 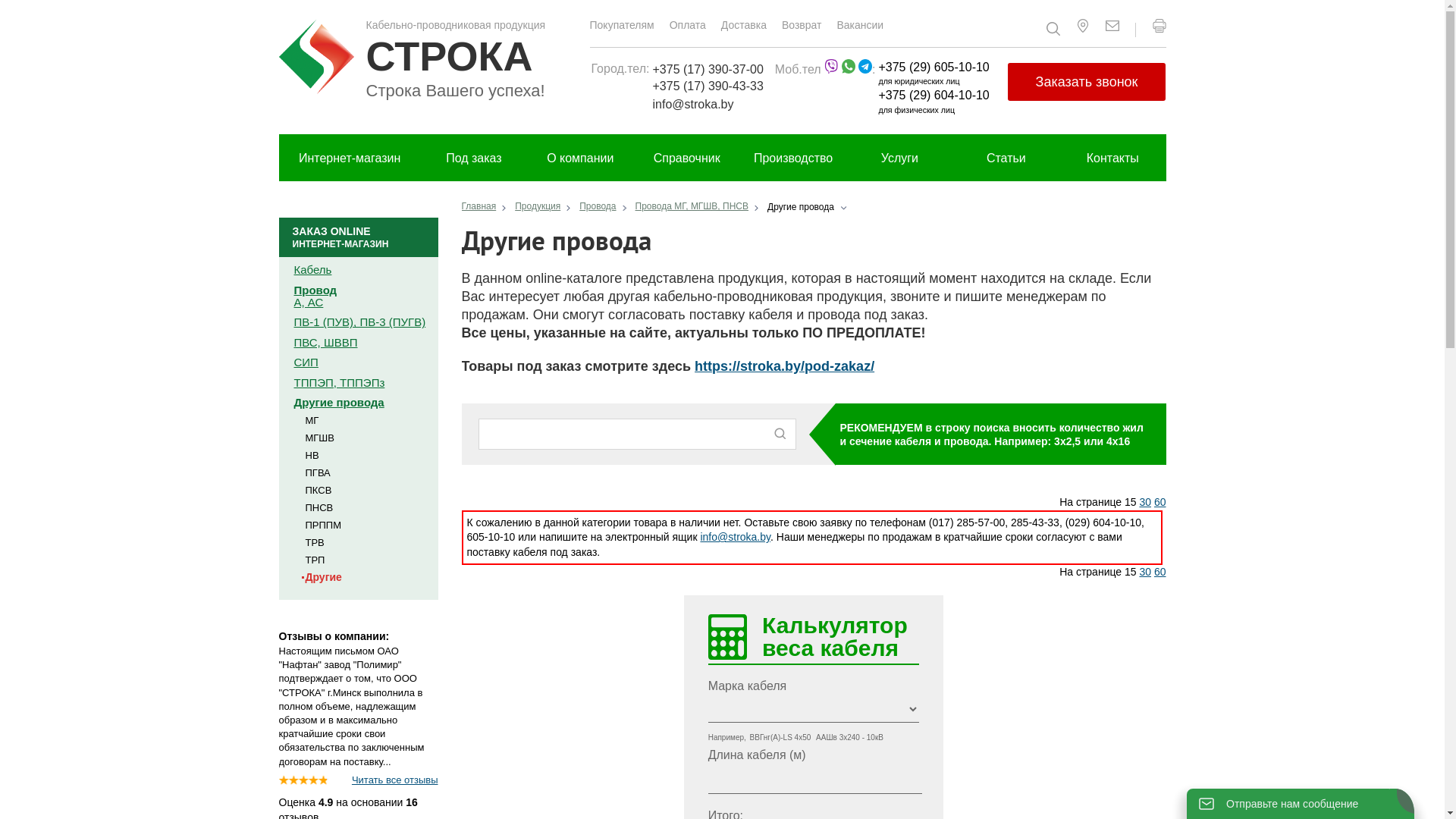 I want to click on 'viber (1).png', so click(x=830, y=65).